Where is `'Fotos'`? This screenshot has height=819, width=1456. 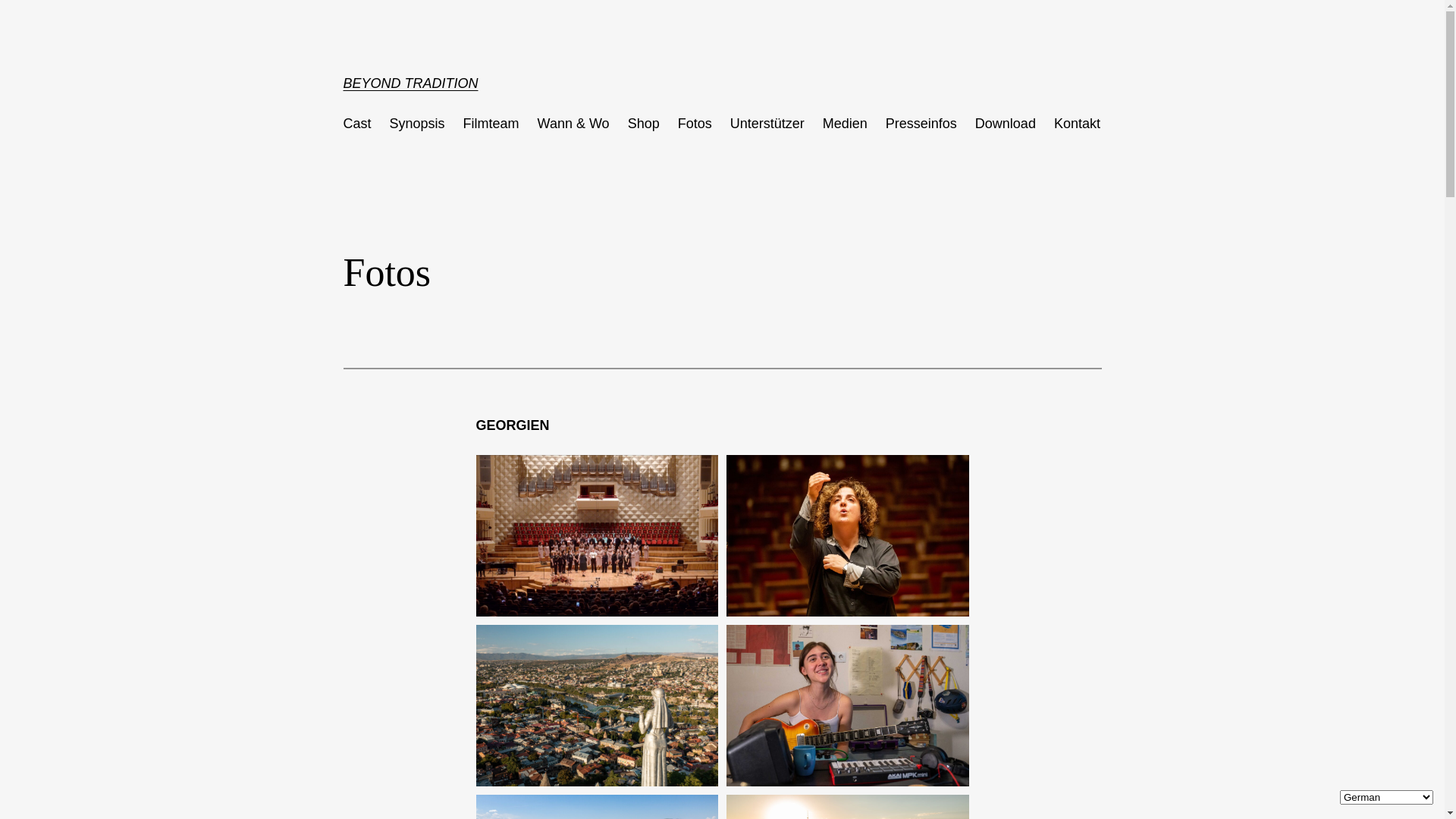
'Fotos' is located at coordinates (694, 123).